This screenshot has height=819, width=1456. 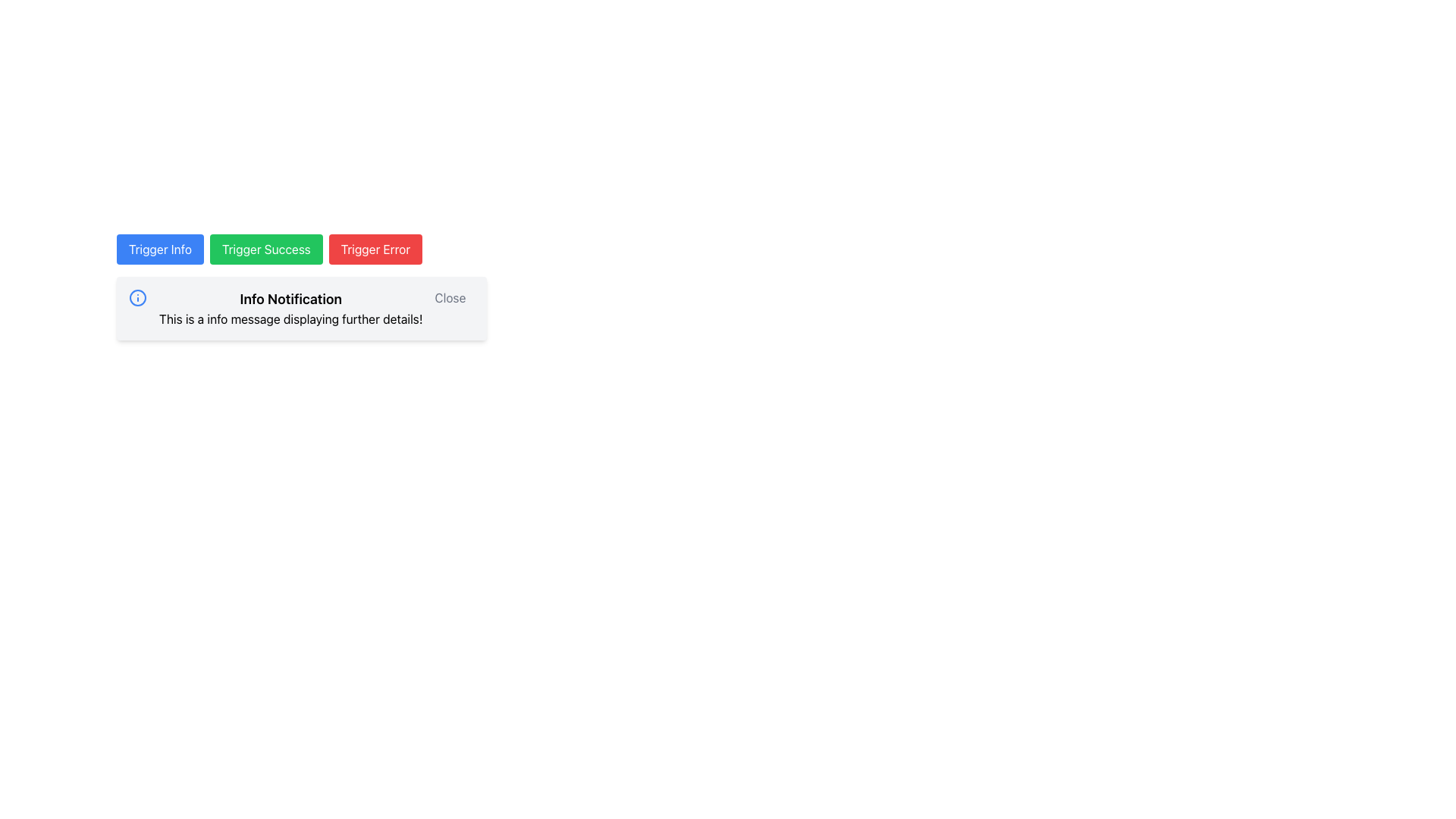 I want to click on the blue button labeled 'Trigger Info' with white text, which is the first button in a row of three buttons positioned above a notification card, so click(x=160, y=248).